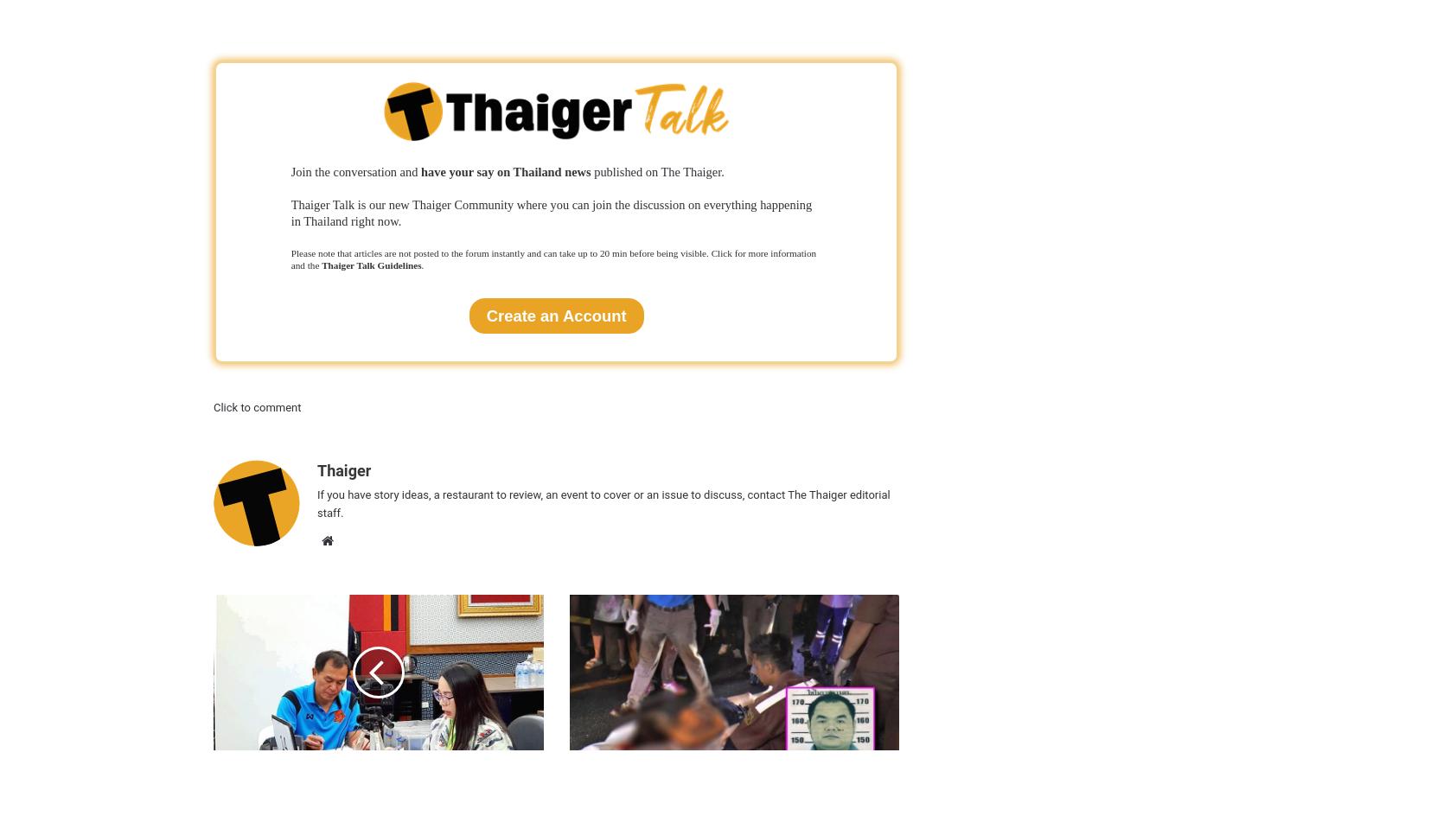  Describe the element at coordinates (290, 170) in the screenshot. I see `'Join the conversation and'` at that location.